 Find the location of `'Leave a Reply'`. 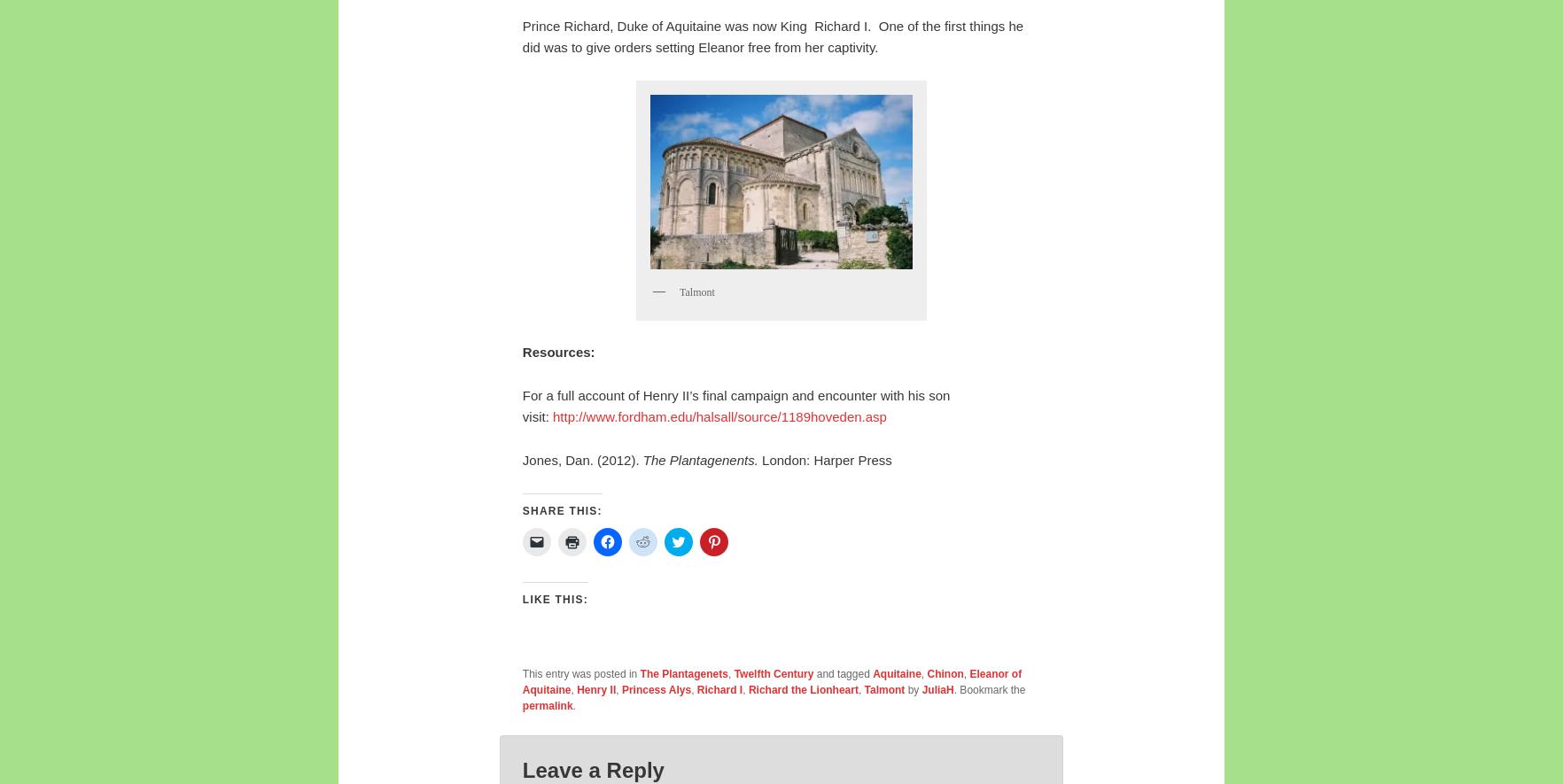

'Leave a Reply' is located at coordinates (521, 769).